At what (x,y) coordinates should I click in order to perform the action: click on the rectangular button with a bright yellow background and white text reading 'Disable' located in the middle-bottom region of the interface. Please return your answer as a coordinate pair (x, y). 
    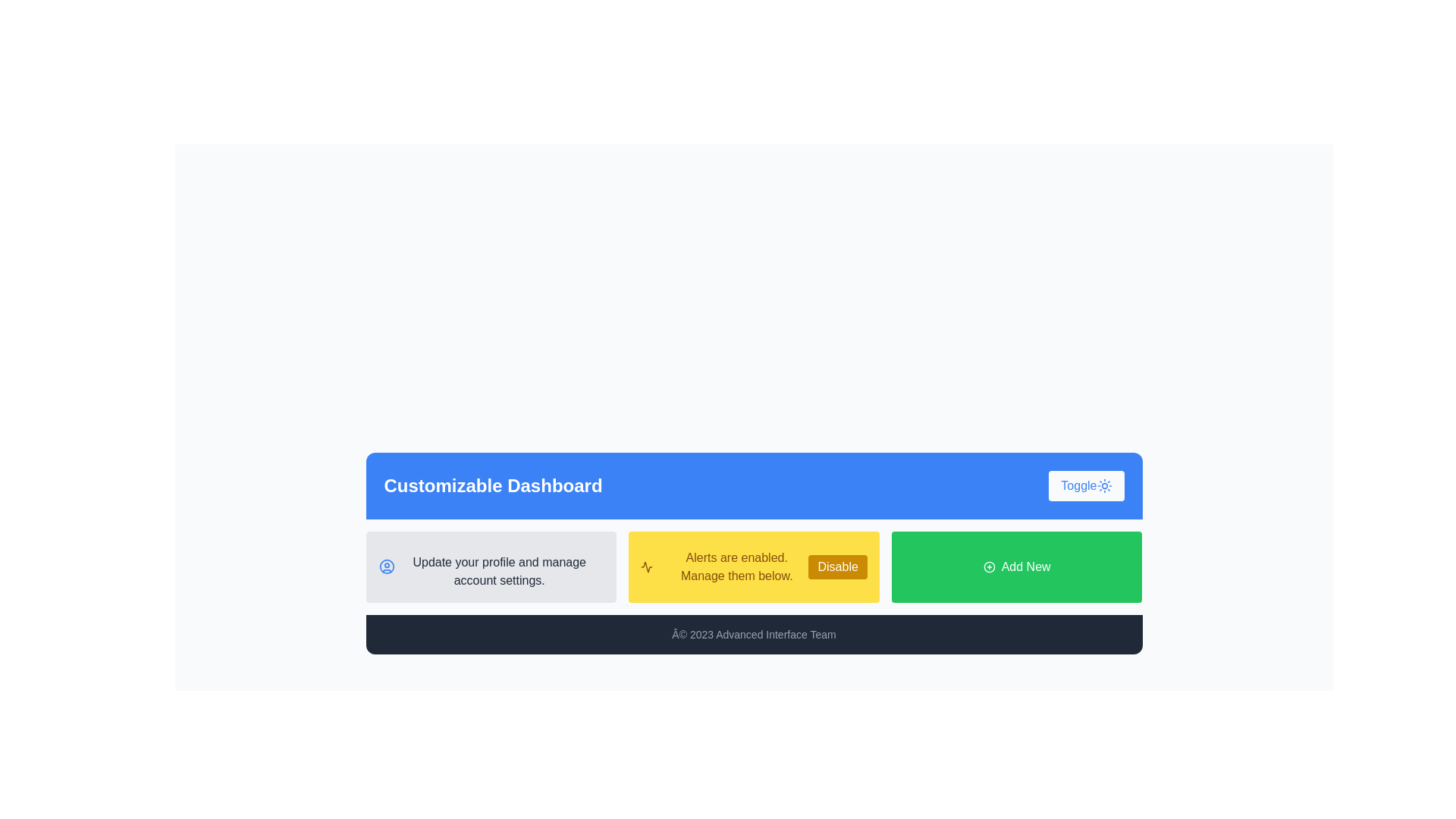
    Looking at the image, I should click on (837, 567).